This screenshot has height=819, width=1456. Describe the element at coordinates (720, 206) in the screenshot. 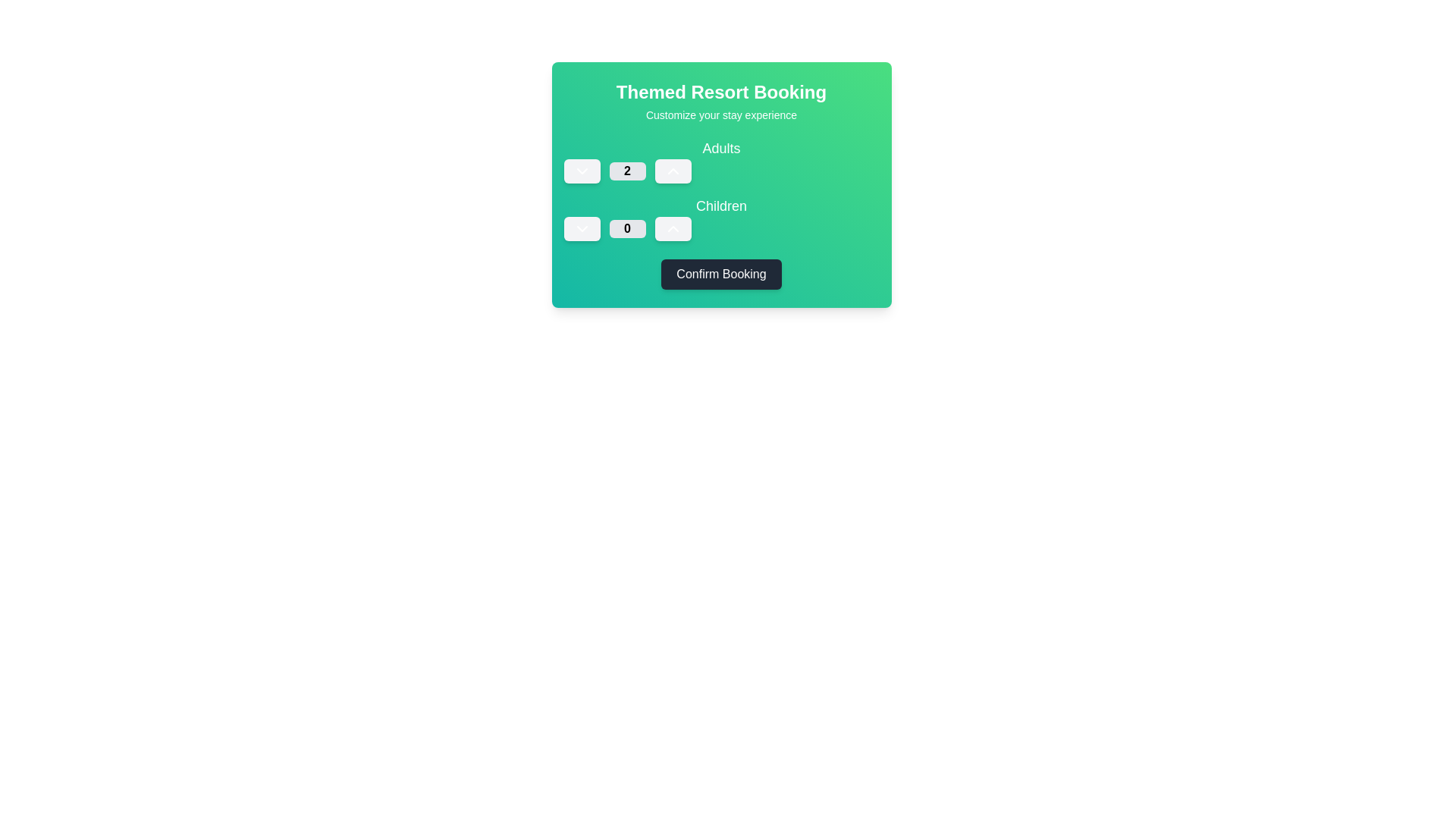

I see `the 'Children' text label, which is styled with a large font size and white color on a green gradient background, located below the 'Adults' label and above the numeric input for selecting the number of children` at that location.